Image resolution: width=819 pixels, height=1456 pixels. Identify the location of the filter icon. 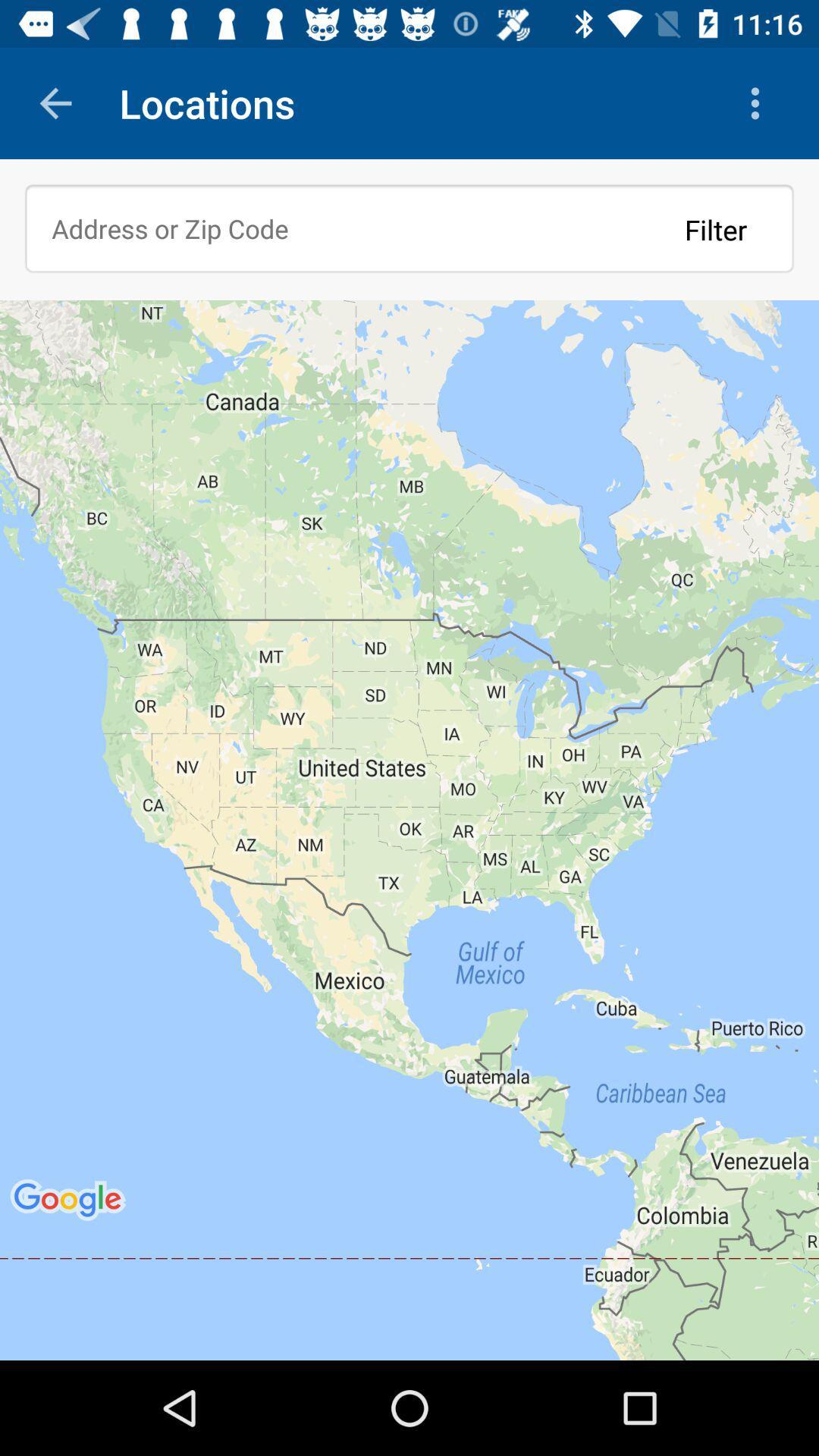
(716, 228).